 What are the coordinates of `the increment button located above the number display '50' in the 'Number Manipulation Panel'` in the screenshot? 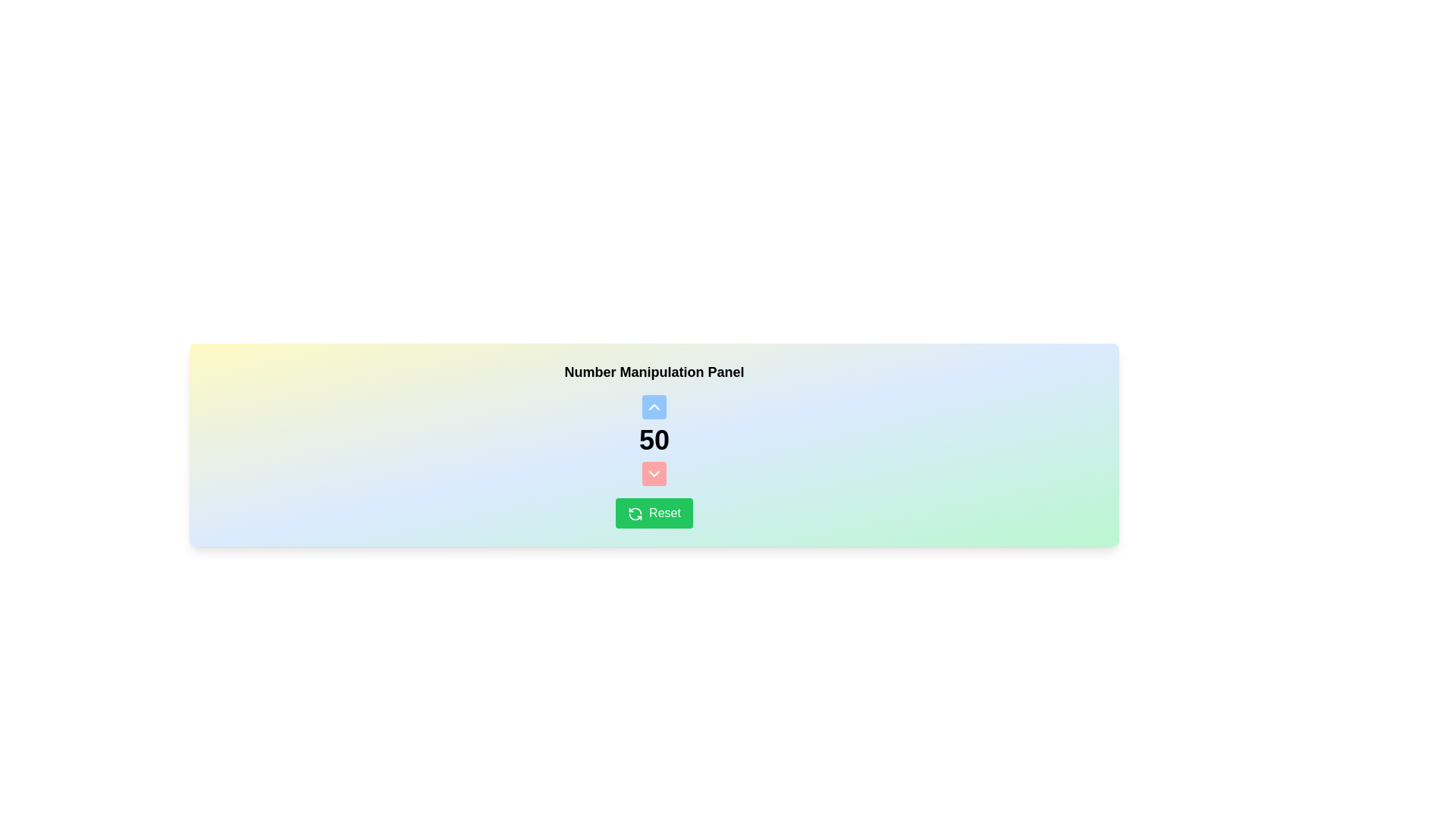 It's located at (654, 406).